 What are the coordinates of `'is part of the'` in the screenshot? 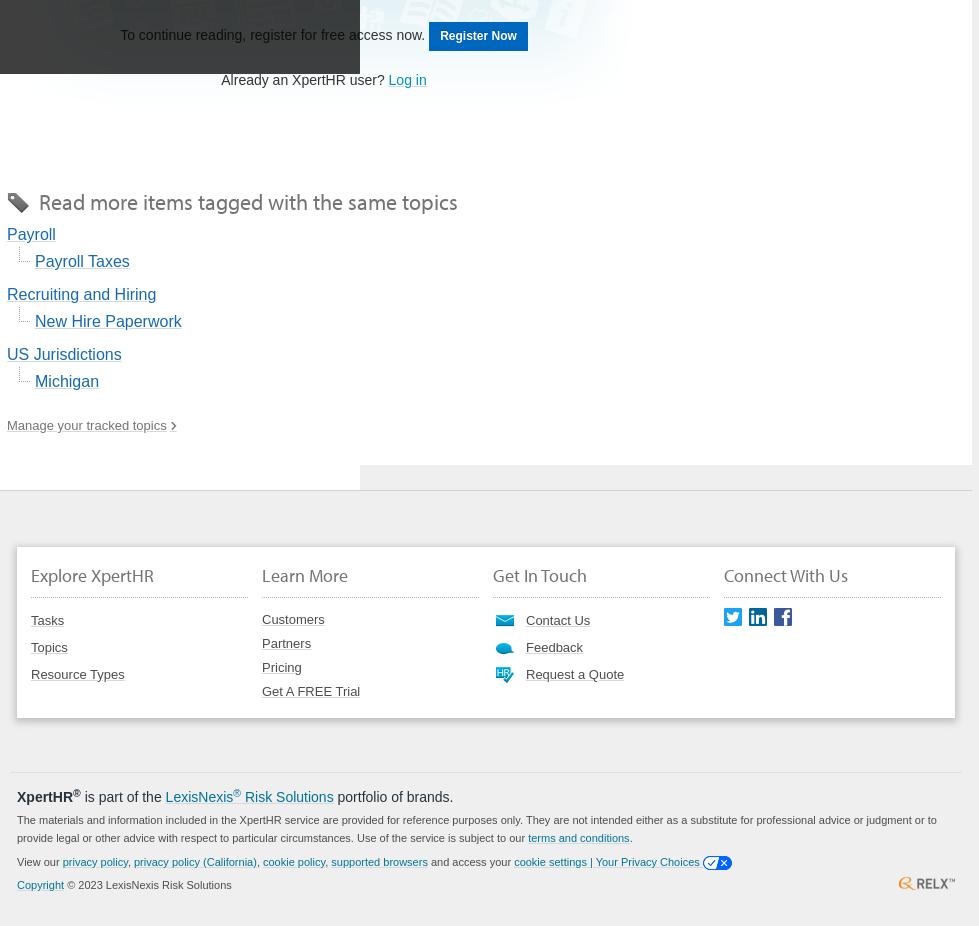 It's located at (122, 795).